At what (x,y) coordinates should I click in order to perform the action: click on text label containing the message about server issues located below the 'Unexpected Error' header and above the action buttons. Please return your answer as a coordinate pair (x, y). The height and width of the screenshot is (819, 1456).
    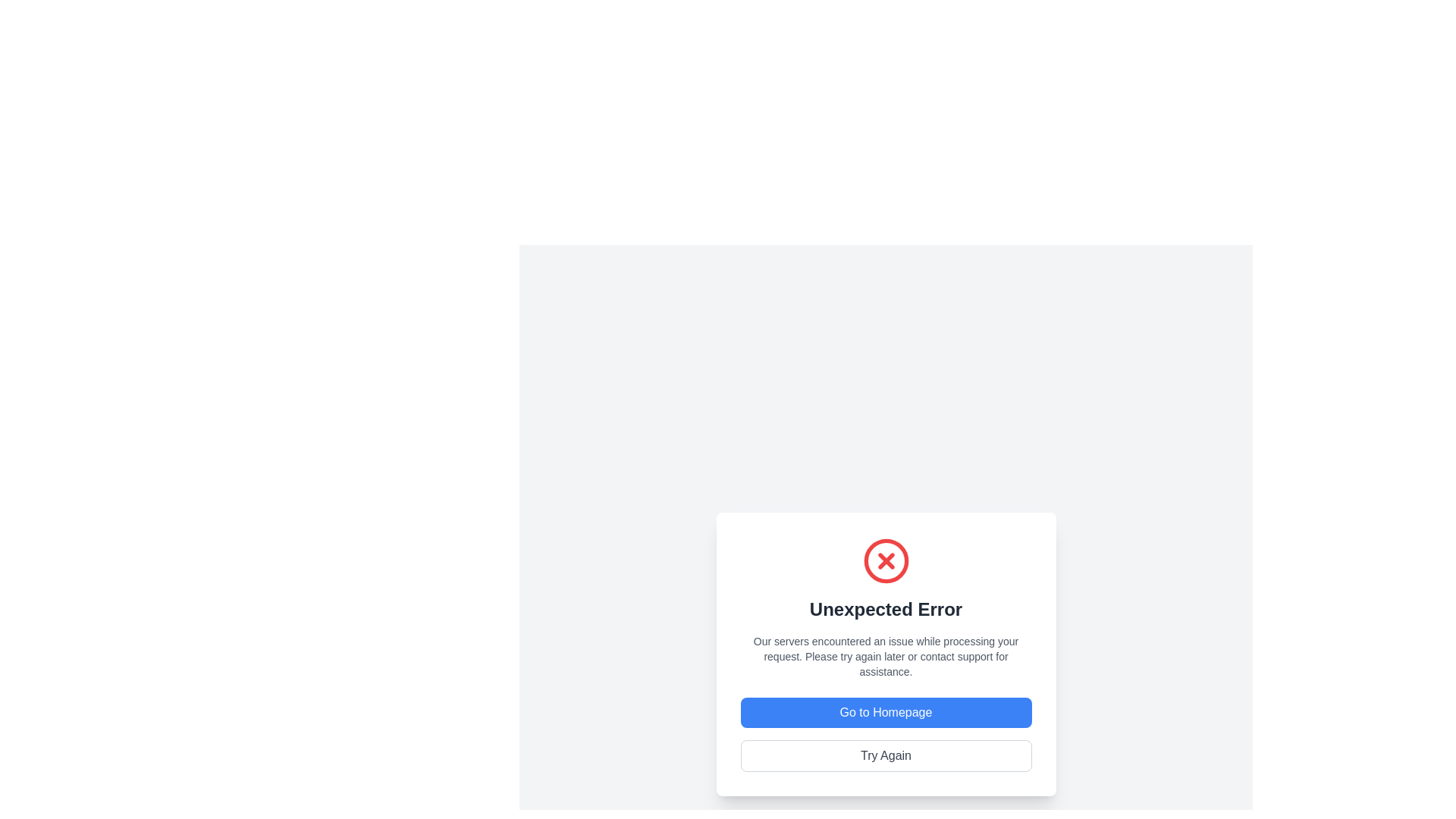
    Looking at the image, I should click on (886, 656).